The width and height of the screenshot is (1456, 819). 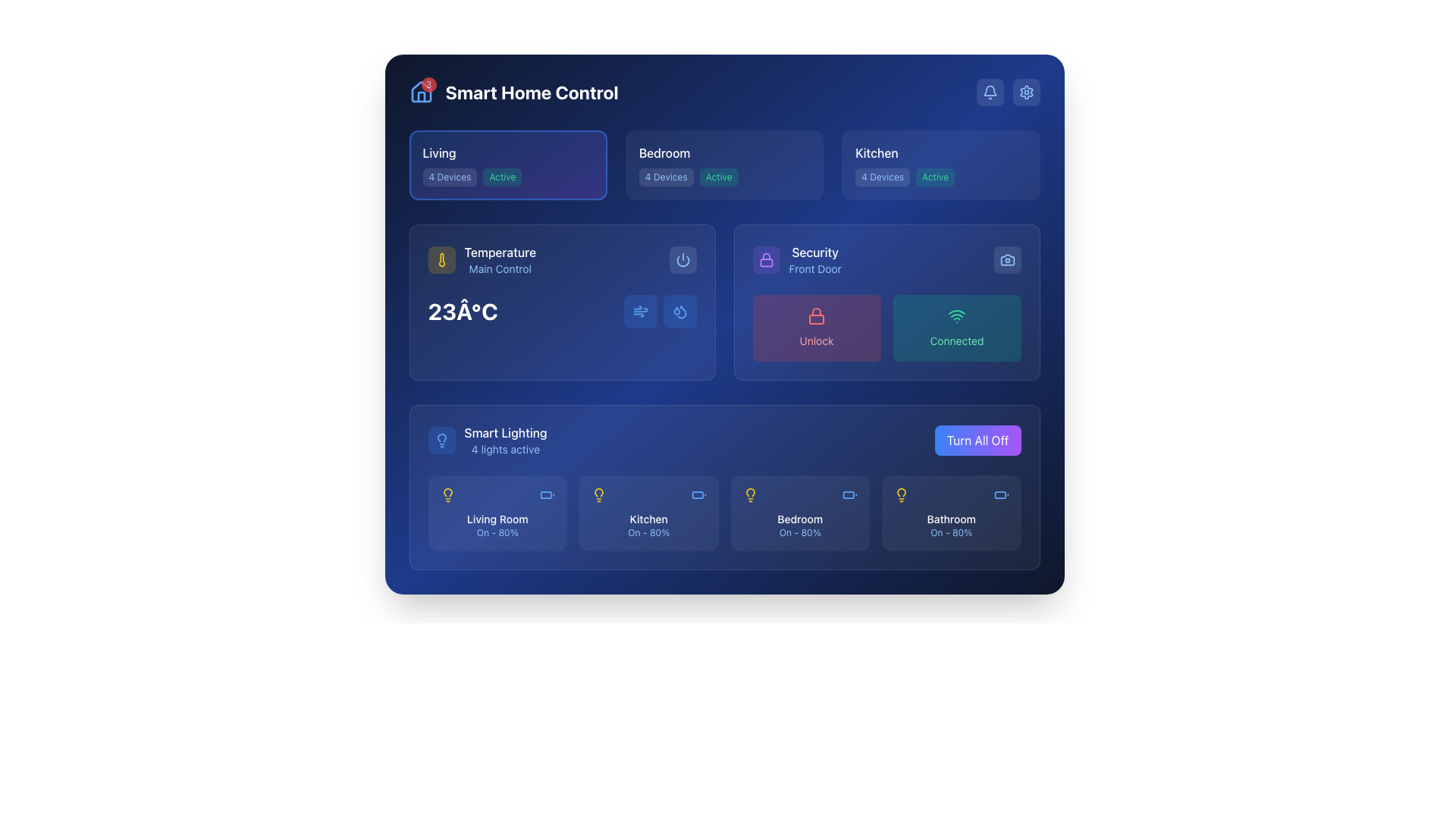 What do you see at coordinates (799, 532) in the screenshot?
I see `the text label displaying 'On - 80%' in a small, blue font located in the 'Bedroom' section of the 'Smart Lighting' panel` at bounding box center [799, 532].